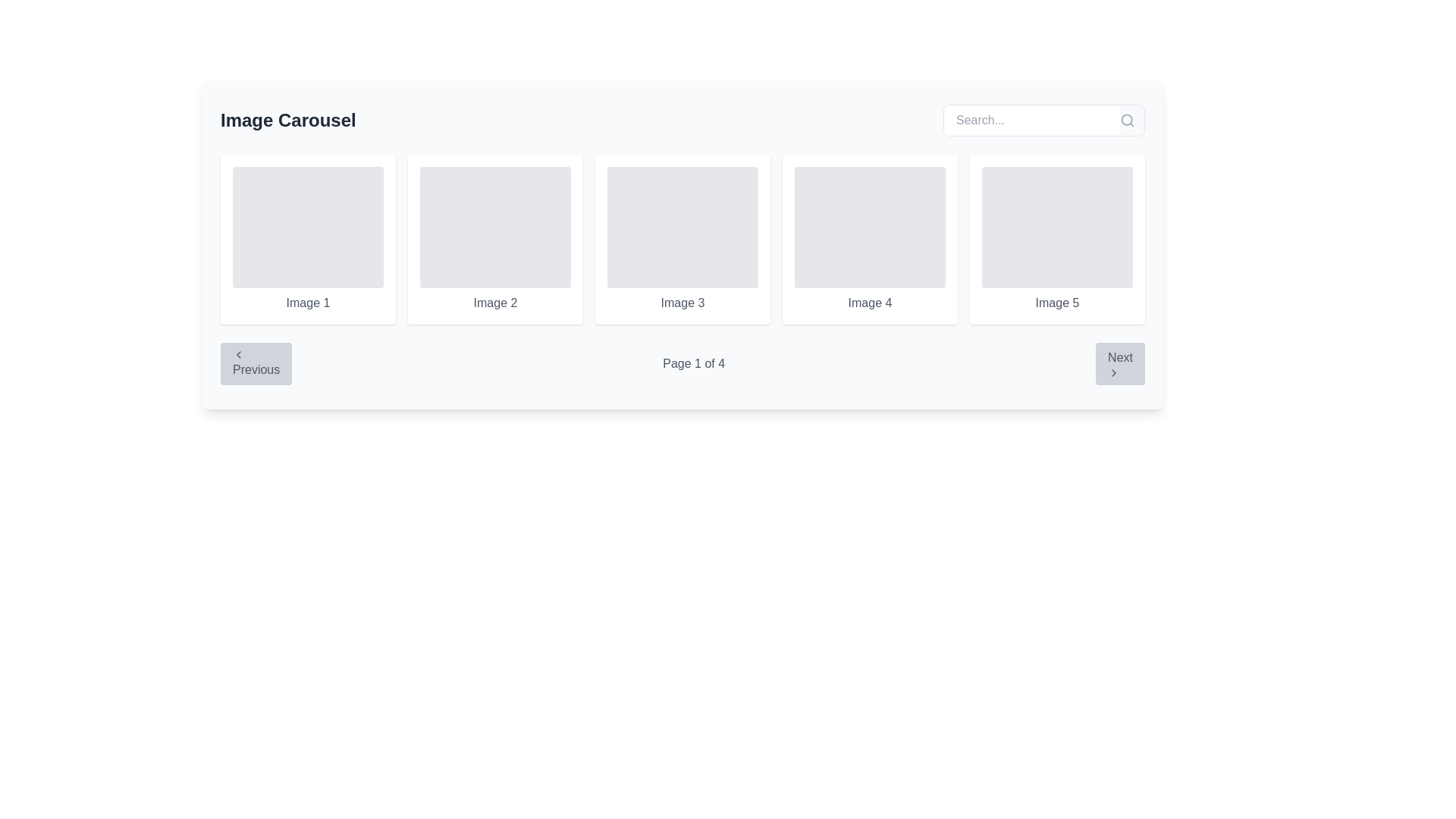 The image size is (1456, 819). What do you see at coordinates (1056, 239) in the screenshot?
I see `the fifth card in the 'Image Carousel' that serves as a placeholder for 'Image 5'` at bounding box center [1056, 239].